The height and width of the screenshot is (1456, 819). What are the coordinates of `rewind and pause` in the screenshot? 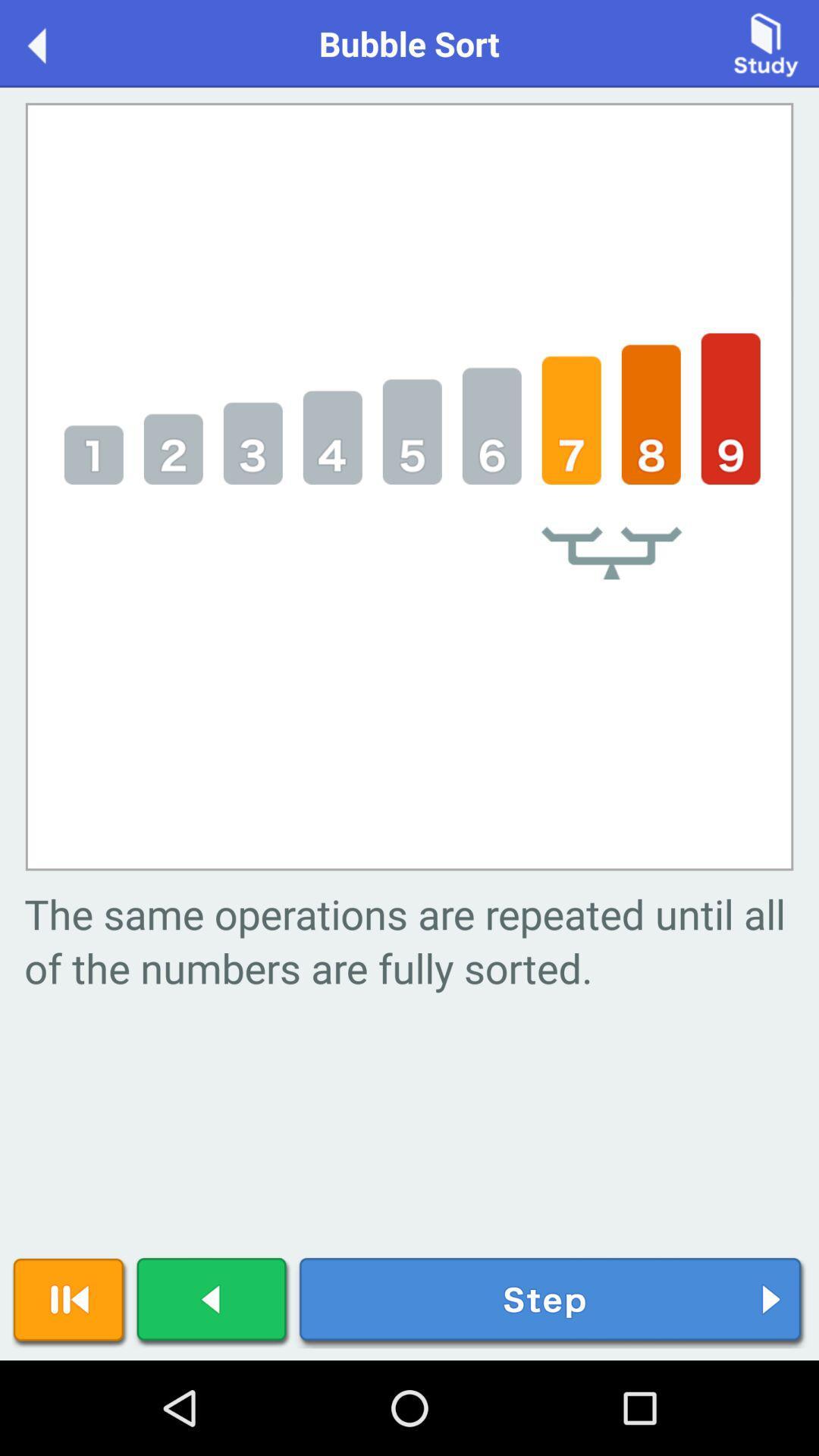 It's located at (70, 1302).